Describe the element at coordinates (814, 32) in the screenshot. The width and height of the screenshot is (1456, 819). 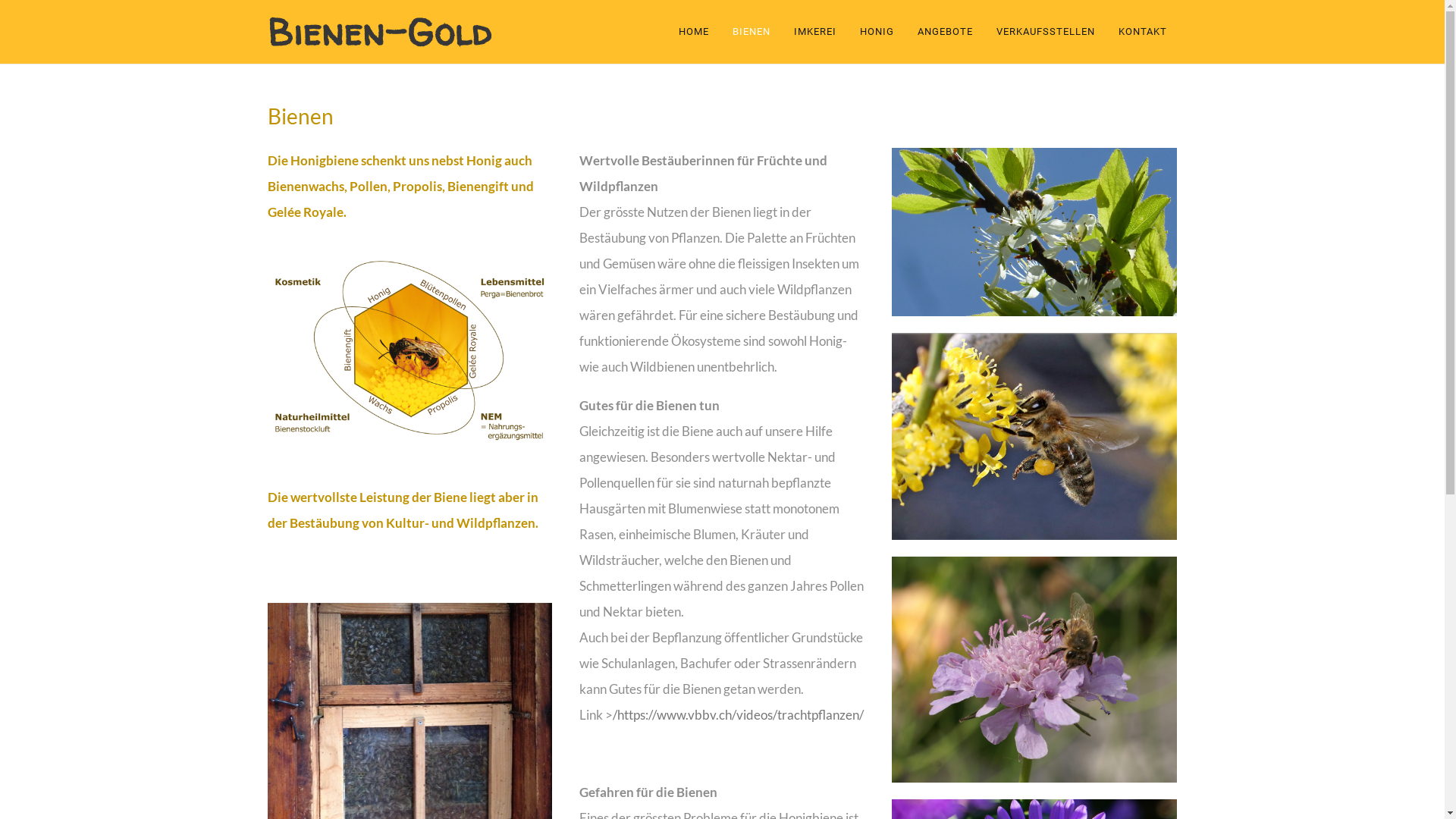
I see `'IMKEREI'` at that location.